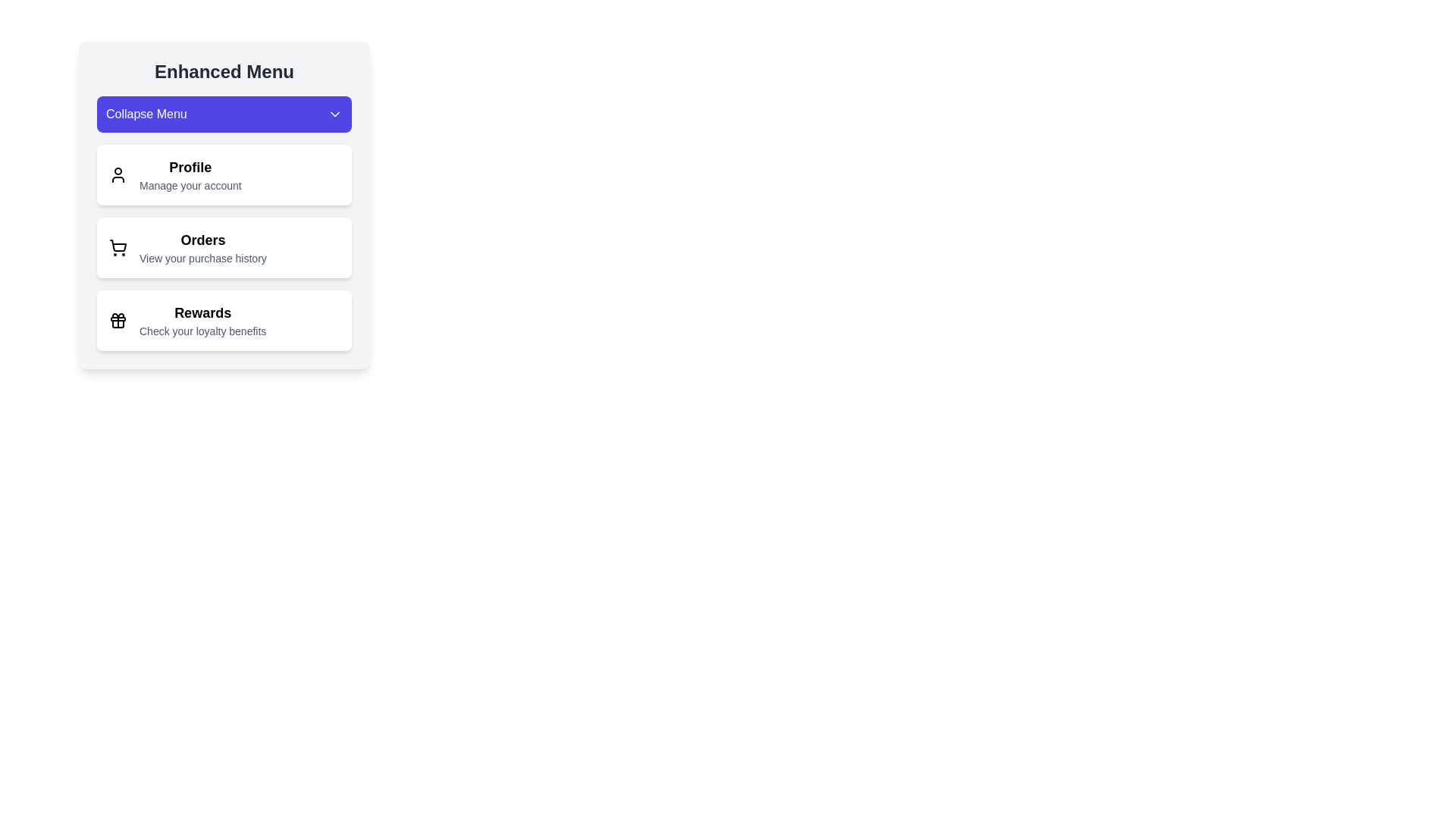  I want to click on the vector graphic of a shopping cart icon located in the second button of the vertical menu labeled 'Orders', so click(118, 245).